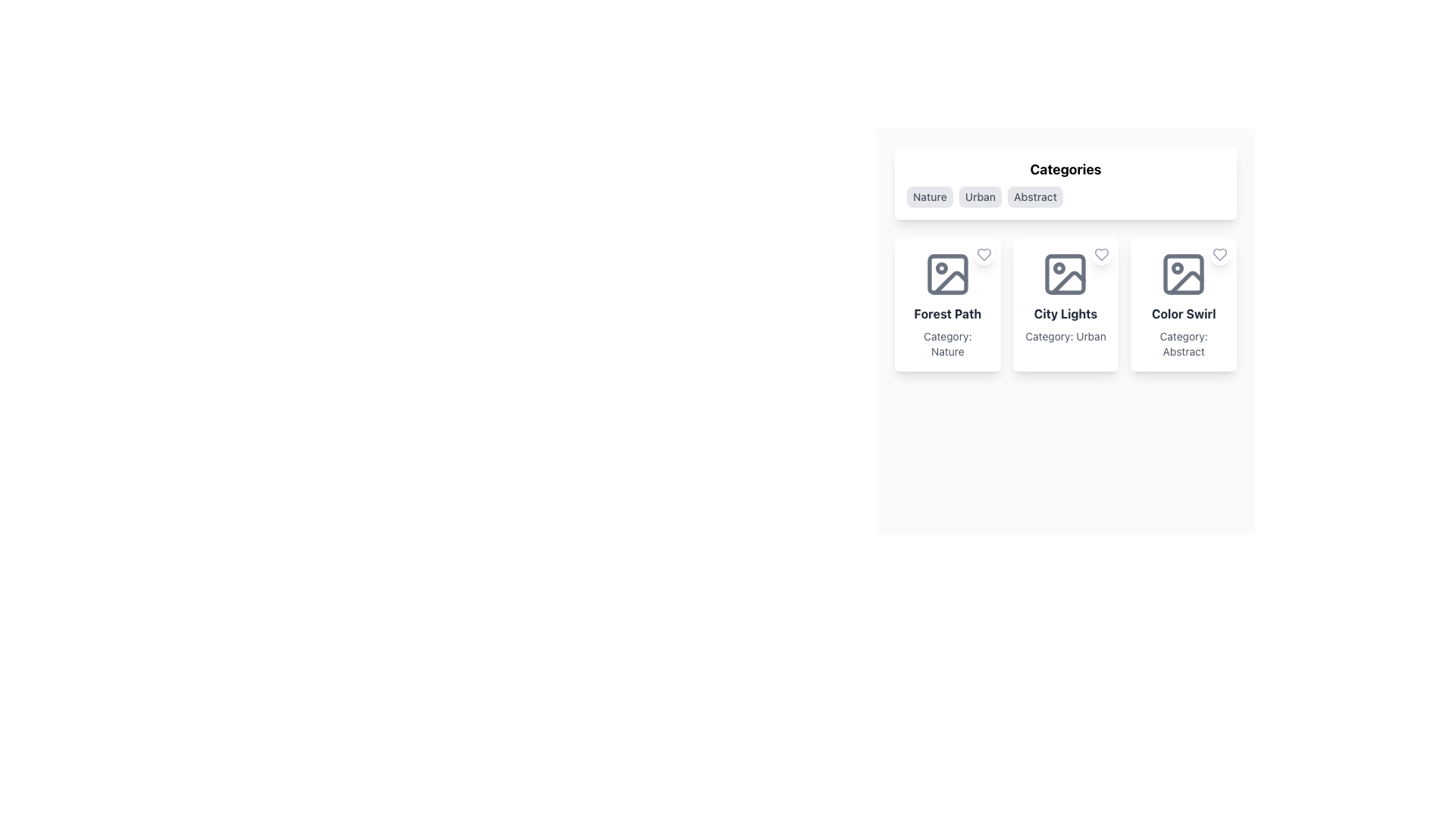 The height and width of the screenshot is (819, 1456). I want to click on the heart-shaped icon with a gray outline located in the top-right corner of the 'City Lights' card under the 'Categories' header, so click(1102, 253).